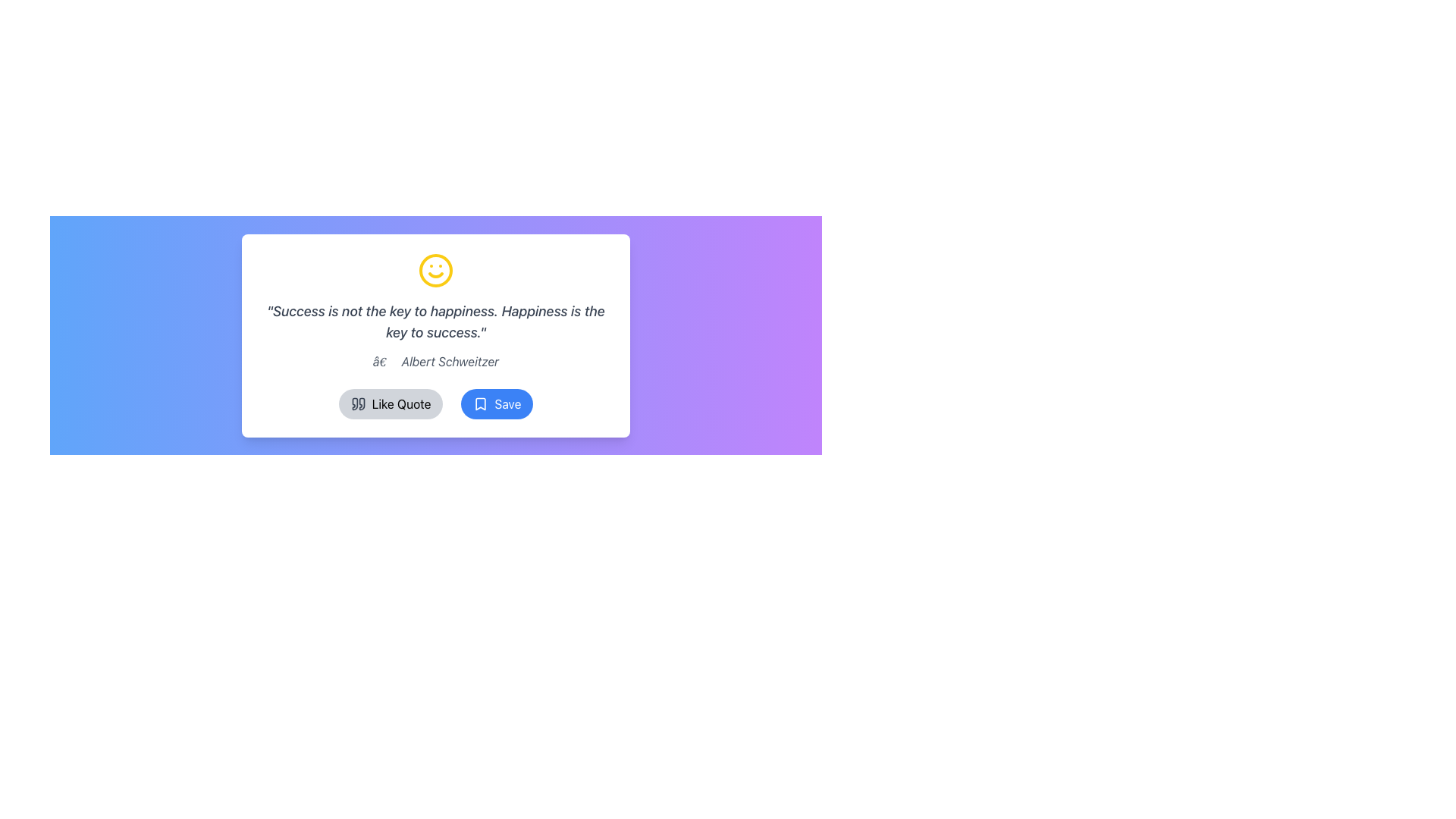 Image resolution: width=1456 pixels, height=819 pixels. Describe the element at coordinates (391, 403) in the screenshot. I see `the 'Like Quote' button, which is a rounded rectangular button with a gray background that highlights to yellow on hover, located centrally in its group of buttons` at that location.